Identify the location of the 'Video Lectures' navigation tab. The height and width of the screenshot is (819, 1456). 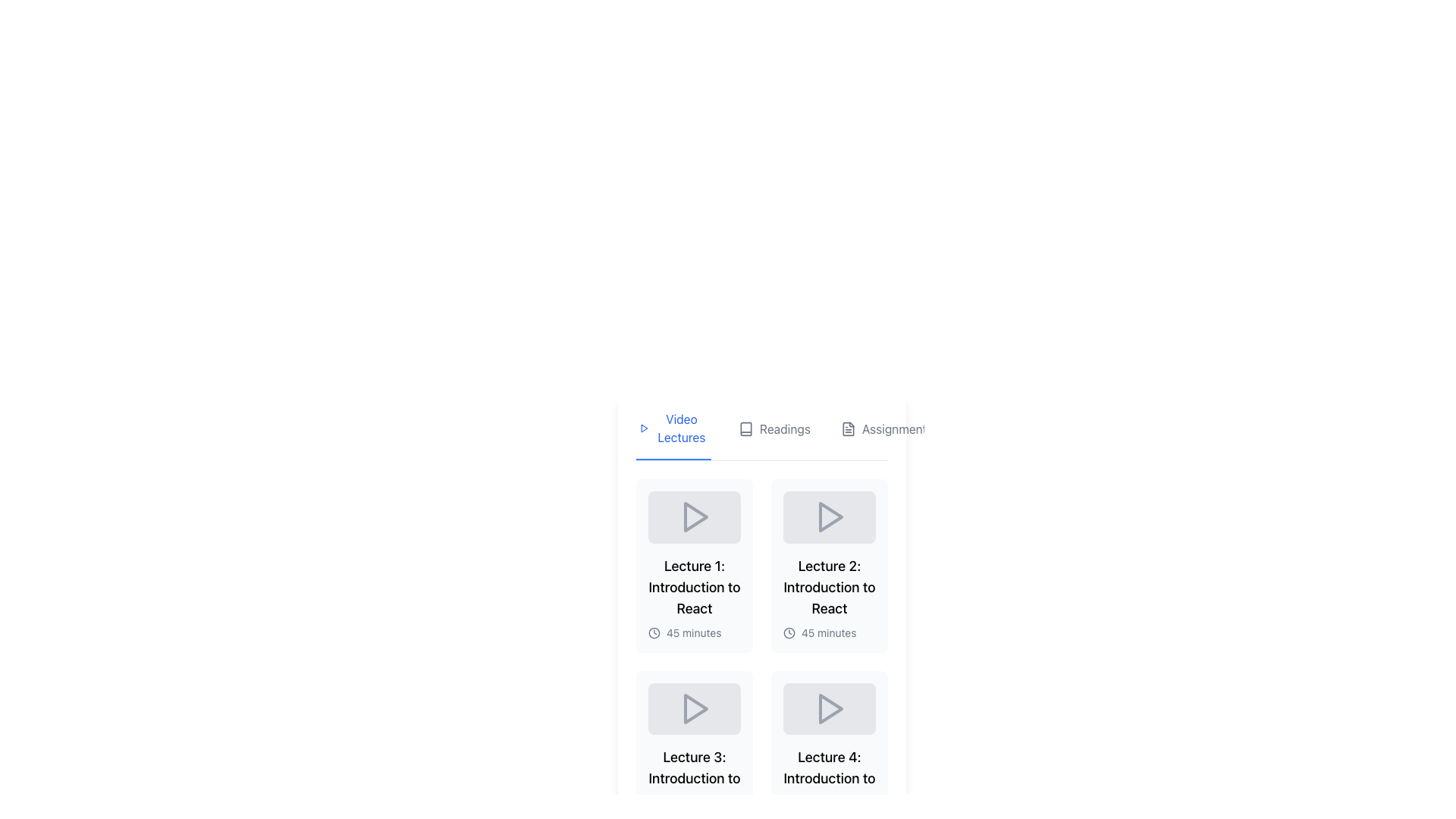
(673, 435).